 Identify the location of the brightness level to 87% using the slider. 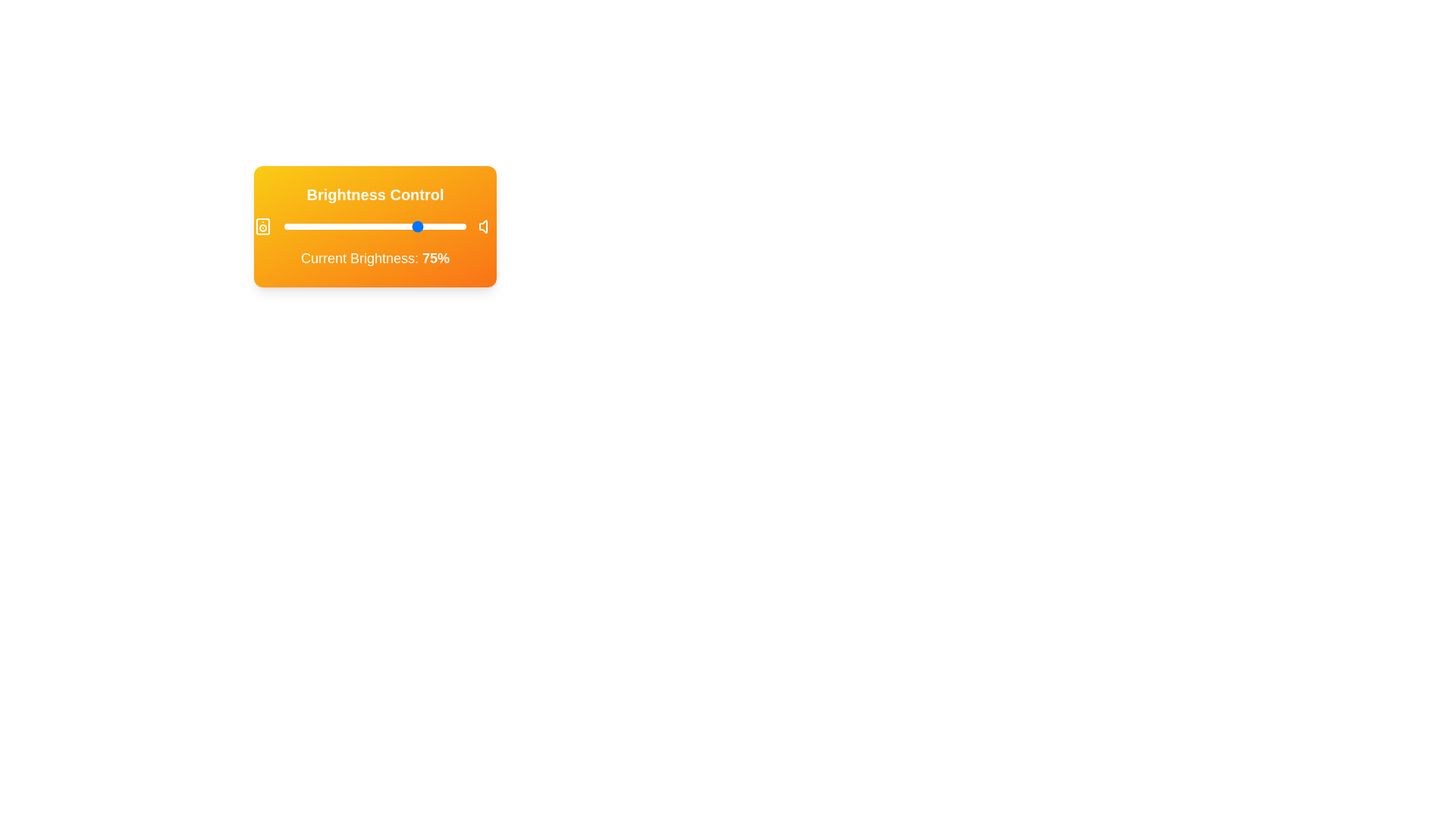
(441, 227).